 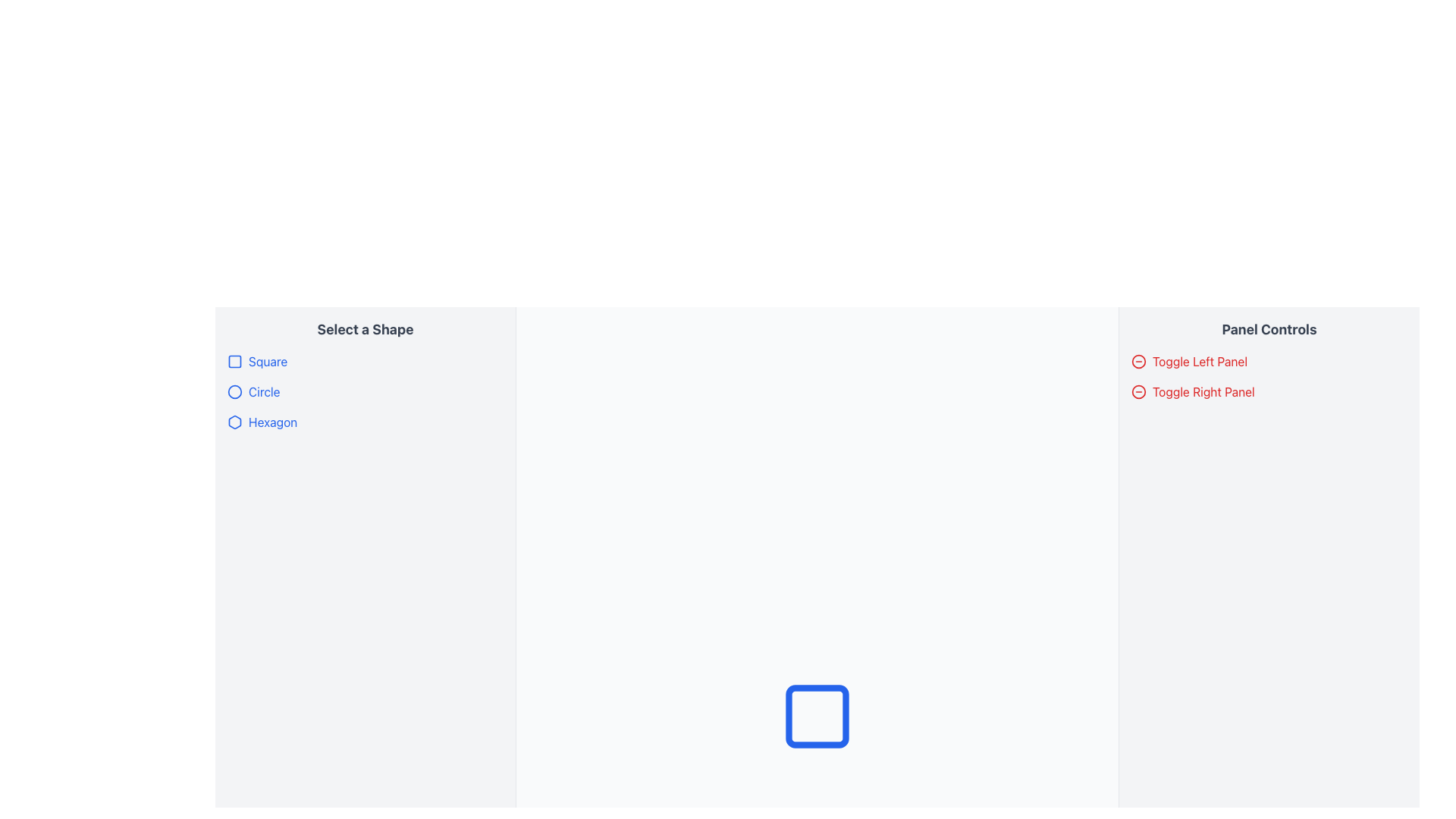 I want to click on the Circular vector graphic in the 'Select a Shape' section, which visually represents a 'Circle' and is located between the 'Square' and 'Hexagon' options, so click(x=234, y=391).